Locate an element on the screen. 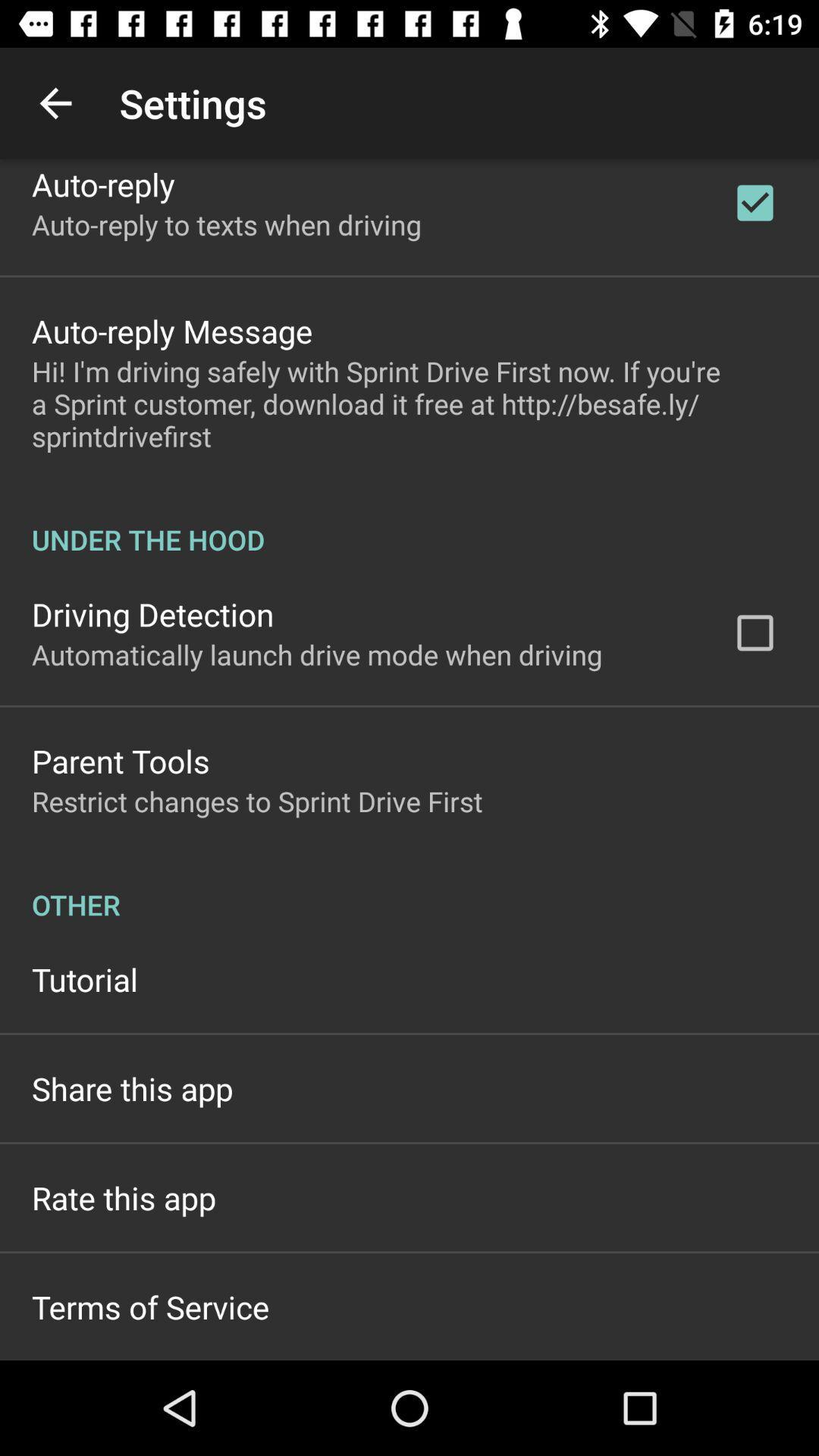  the icon to the left of settings item is located at coordinates (55, 102).